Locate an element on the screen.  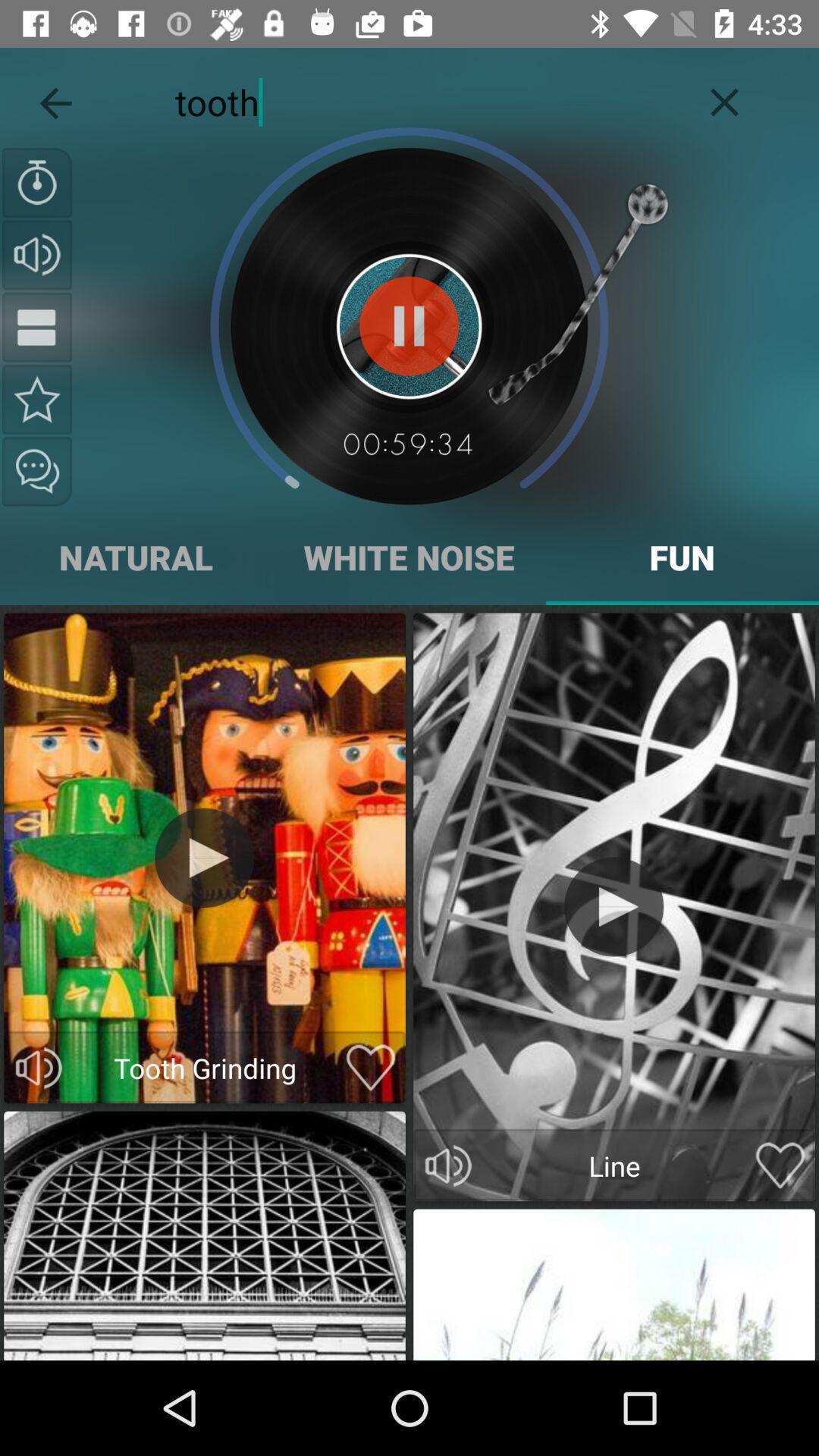
choose an option to listen is located at coordinates (447, 1165).